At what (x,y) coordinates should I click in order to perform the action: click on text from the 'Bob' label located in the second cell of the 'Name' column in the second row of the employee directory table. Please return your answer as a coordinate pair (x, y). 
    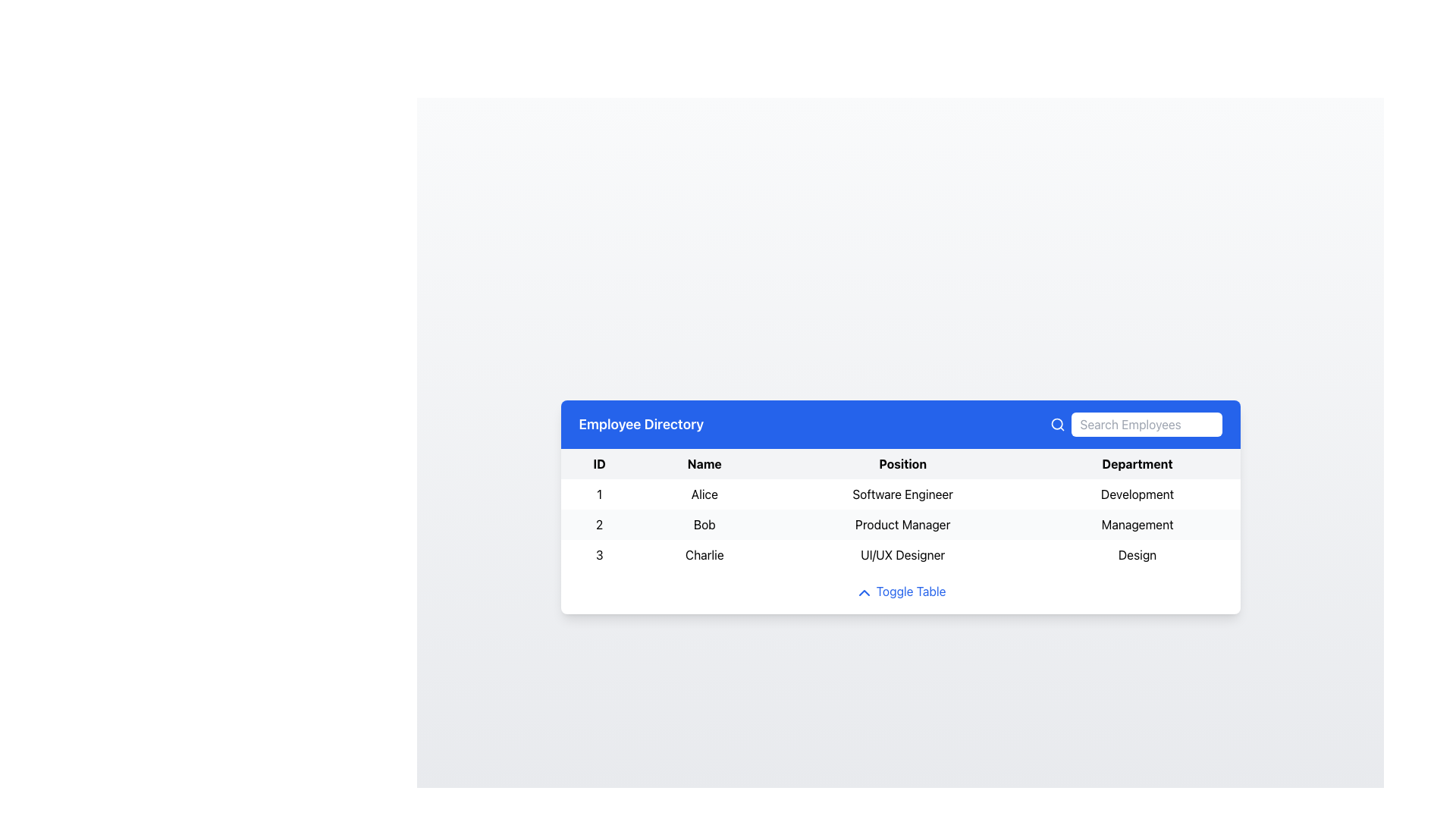
    Looking at the image, I should click on (704, 524).